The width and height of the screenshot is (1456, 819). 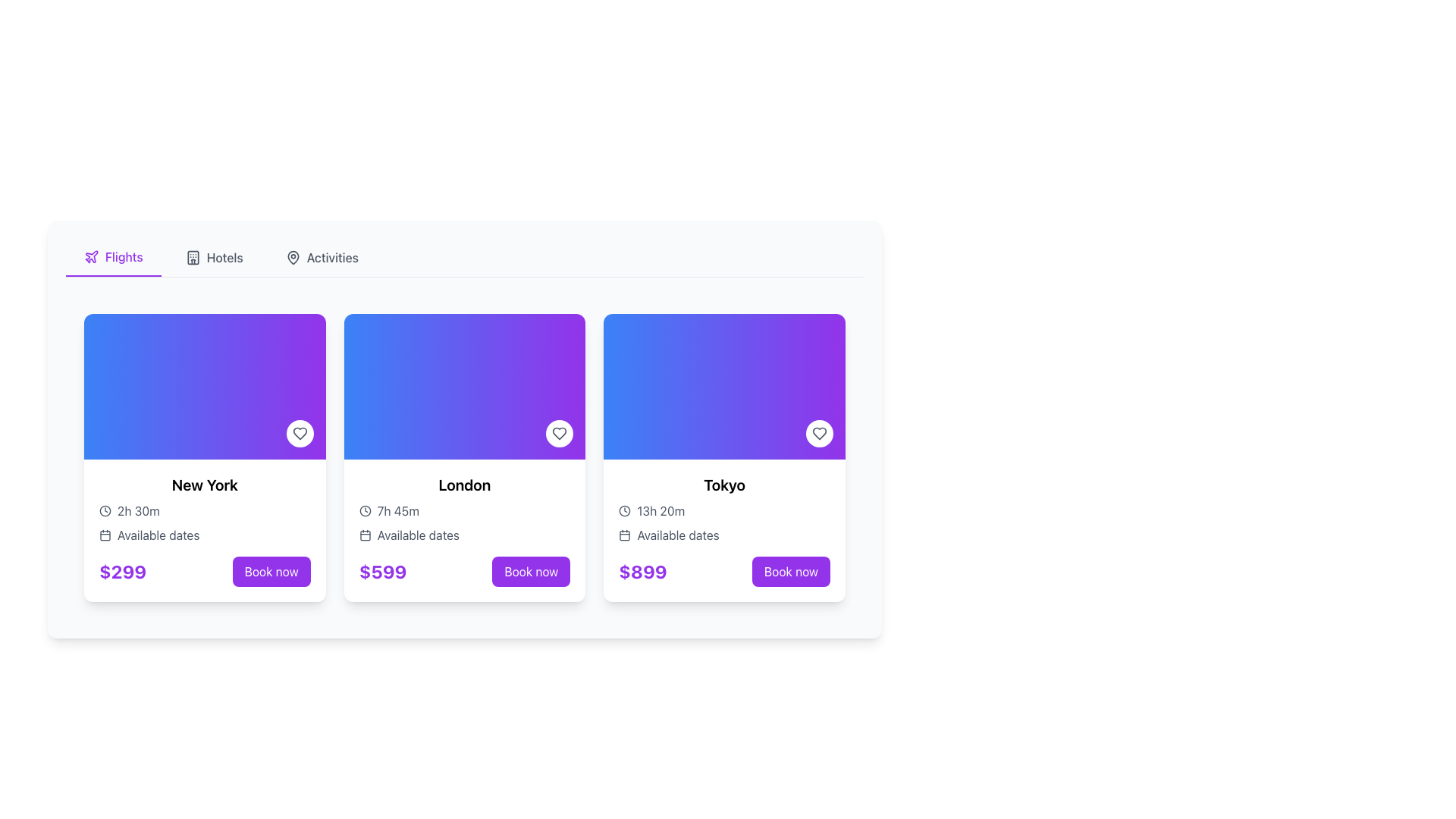 What do you see at coordinates (531, 571) in the screenshot?
I see `the booking button for the London trip located at the bottom right of the card displaying '$599'` at bounding box center [531, 571].